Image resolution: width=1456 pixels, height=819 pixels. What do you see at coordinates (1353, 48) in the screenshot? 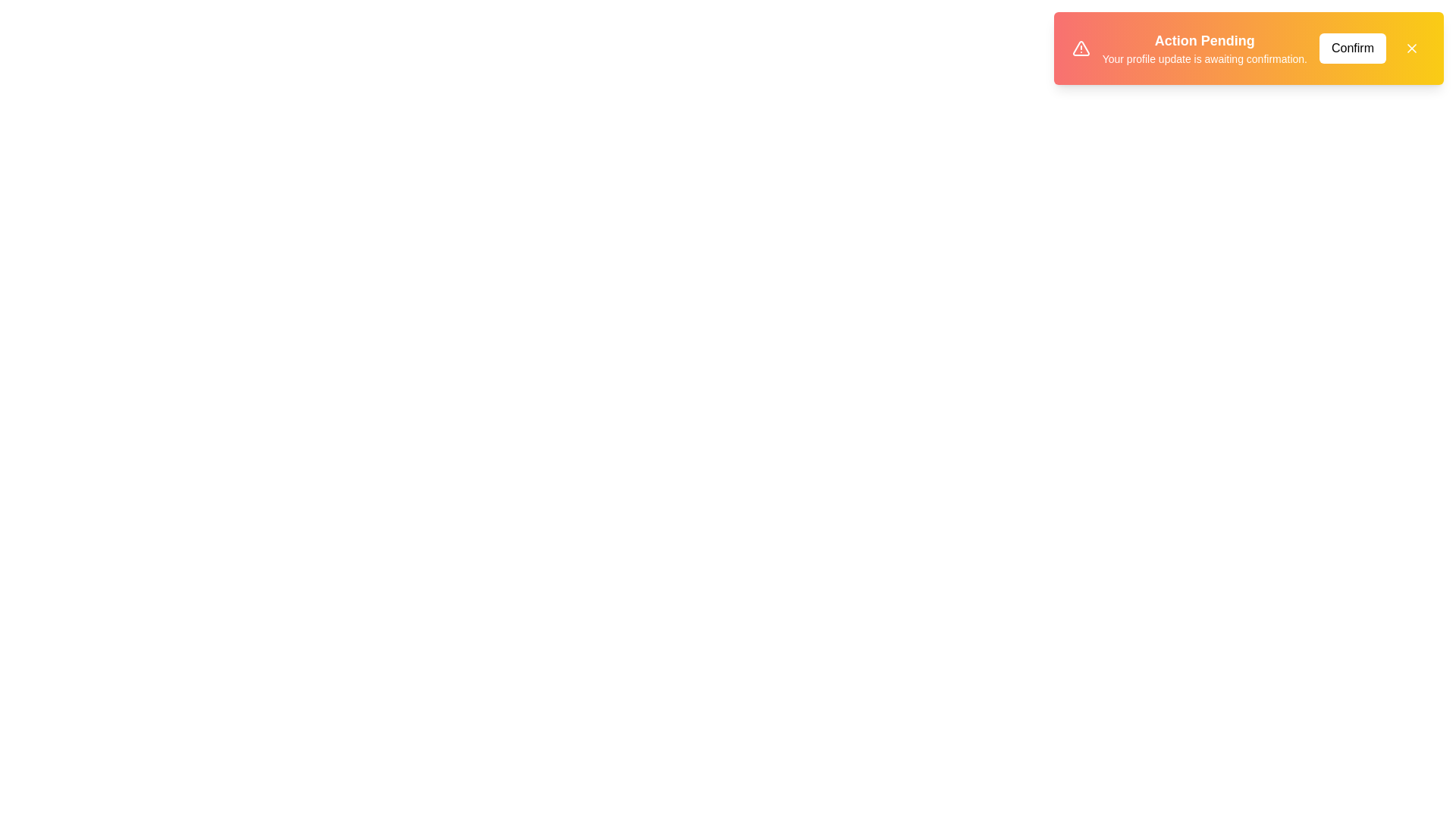
I see `the Confirm button to observe its hover effect` at bounding box center [1353, 48].